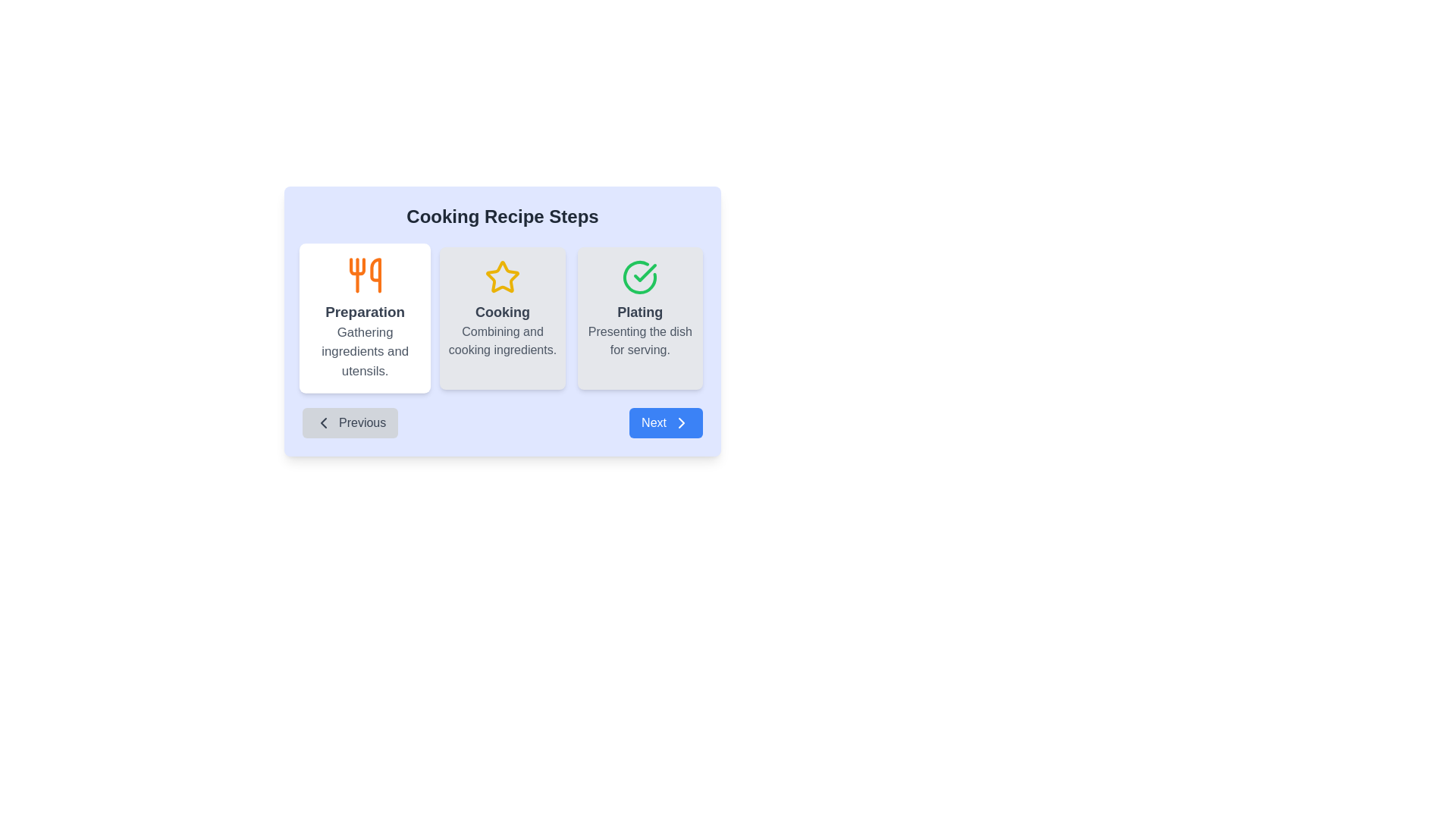  I want to click on the text label that displays the word 'Preparation', which is styled in a large, bold dark gray font and is positioned below an orange utensils icon, so click(365, 311).